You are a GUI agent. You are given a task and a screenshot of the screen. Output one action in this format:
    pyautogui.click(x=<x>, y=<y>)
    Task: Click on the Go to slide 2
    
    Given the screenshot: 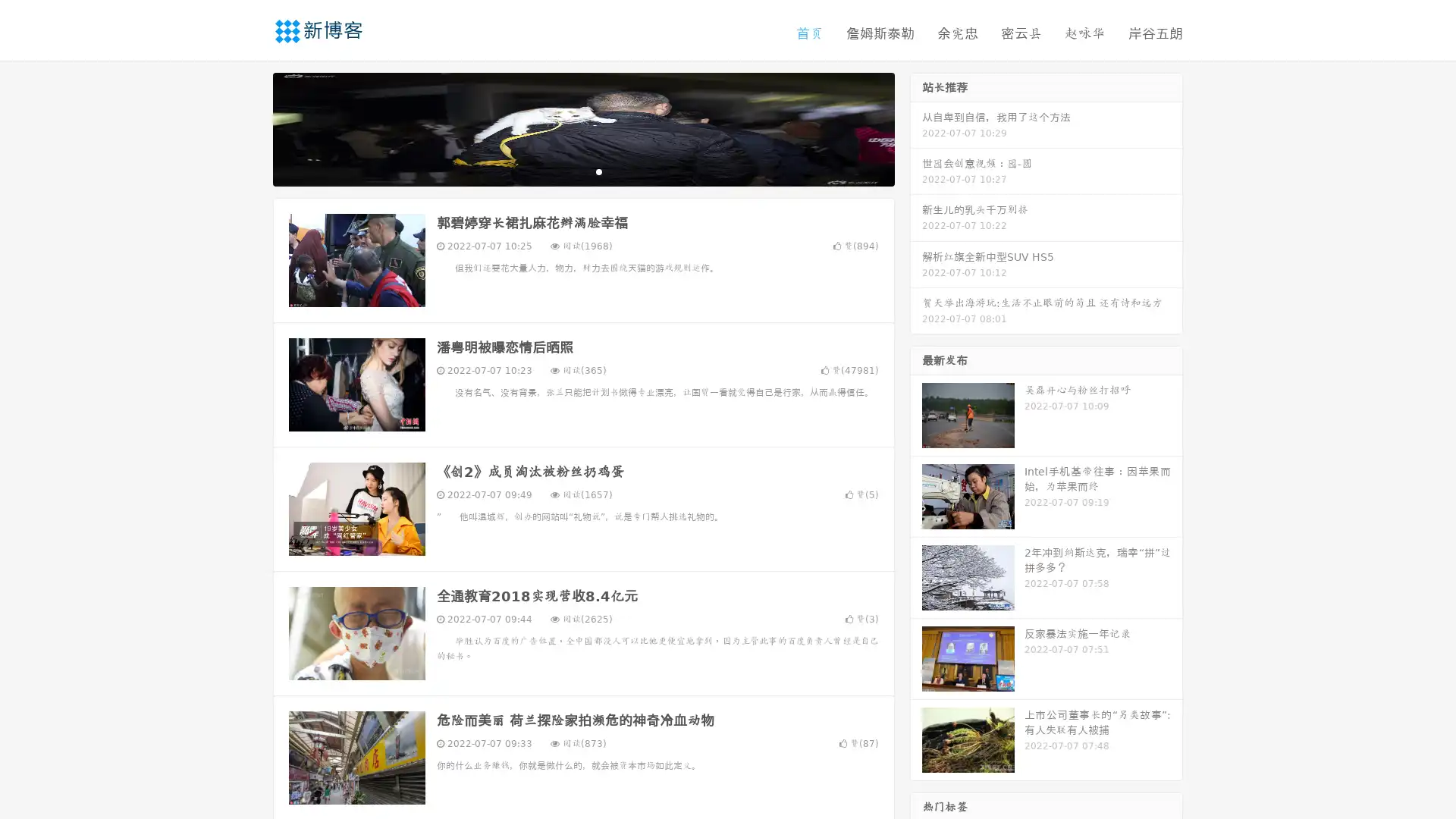 What is the action you would take?
    pyautogui.click(x=582, y=171)
    